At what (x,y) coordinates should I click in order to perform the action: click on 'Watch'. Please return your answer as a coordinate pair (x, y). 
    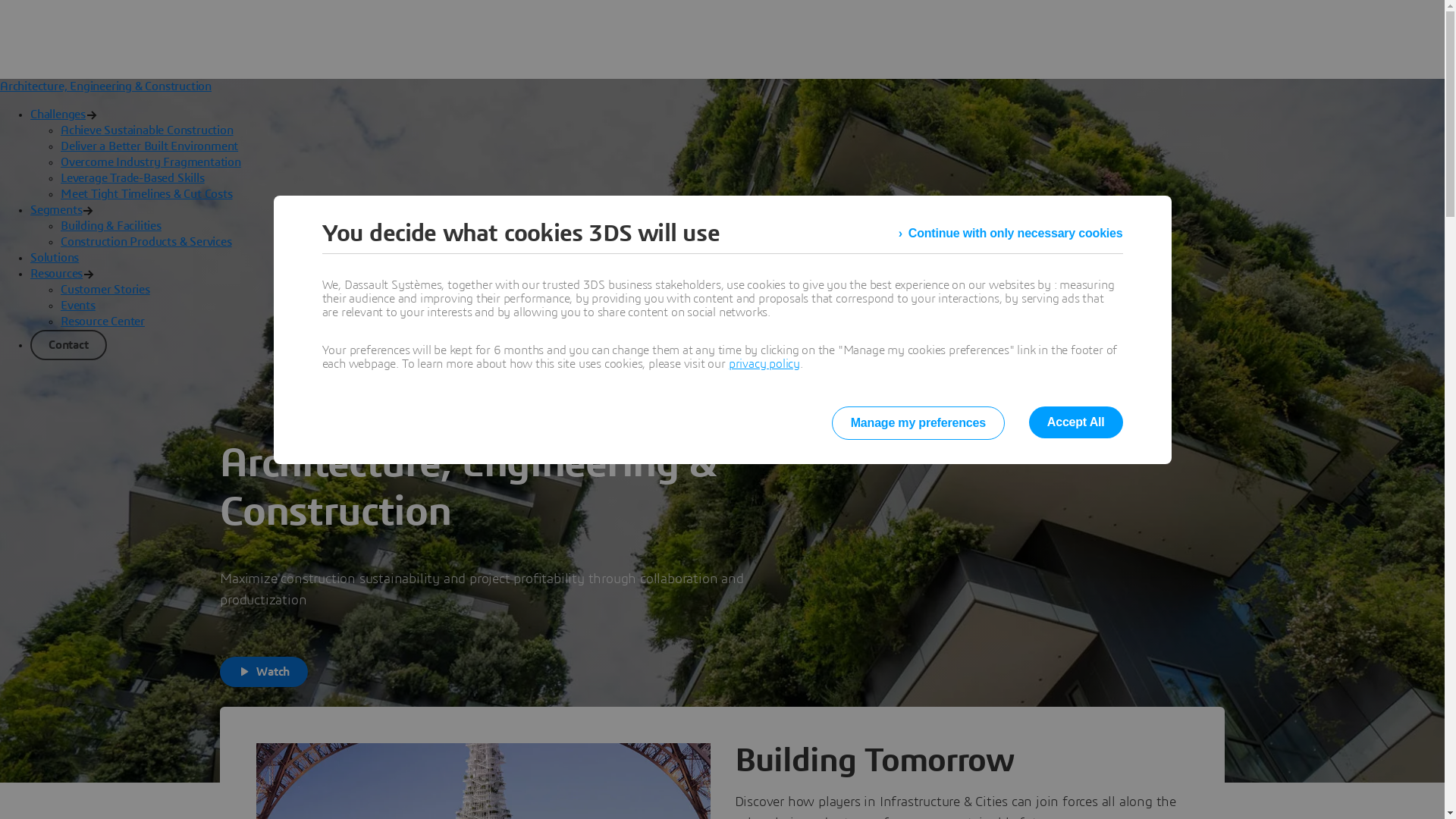
    Looking at the image, I should click on (263, 671).